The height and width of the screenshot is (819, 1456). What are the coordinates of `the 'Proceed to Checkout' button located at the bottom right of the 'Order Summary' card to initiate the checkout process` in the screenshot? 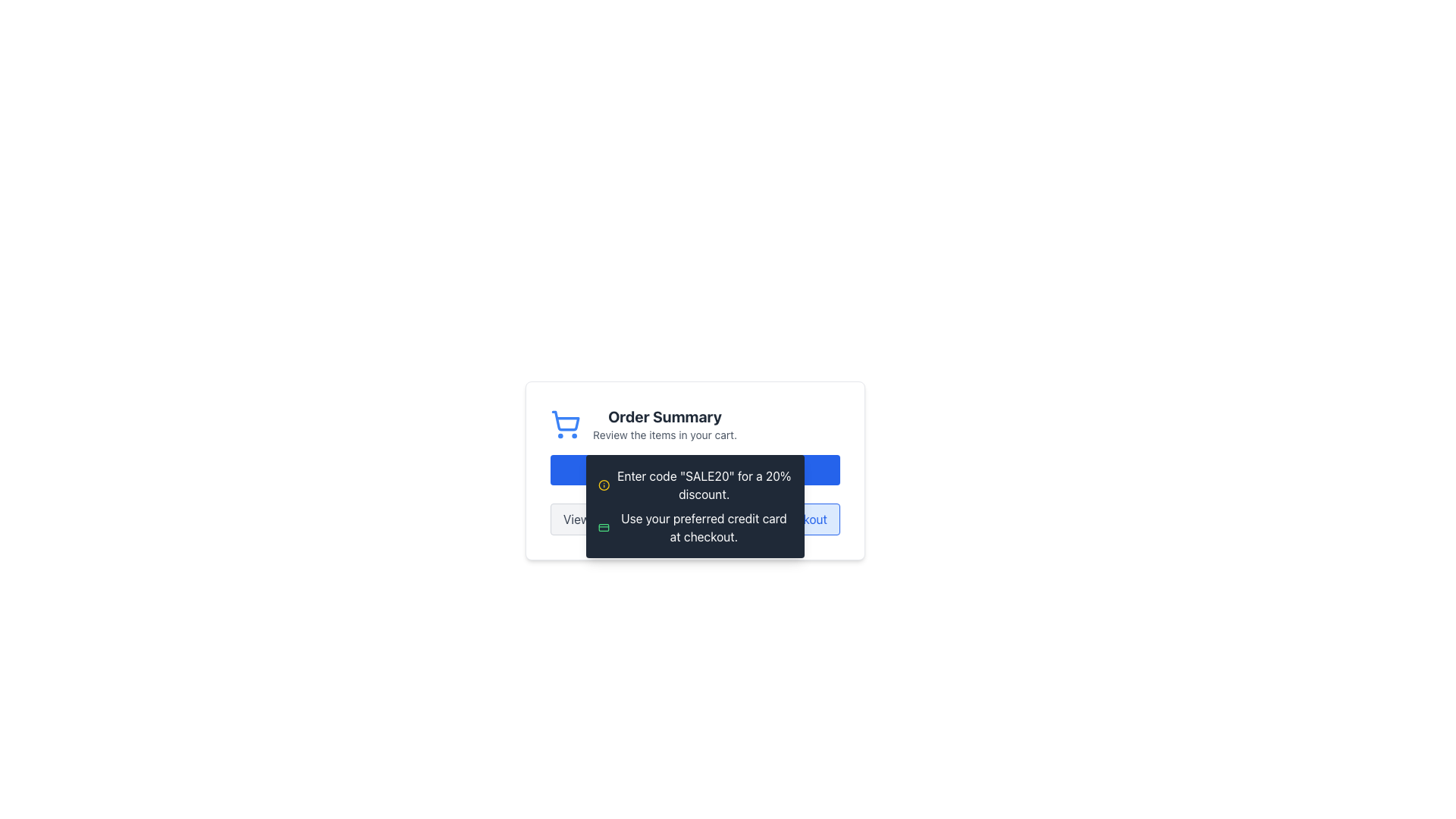 It's located at (800, 519).